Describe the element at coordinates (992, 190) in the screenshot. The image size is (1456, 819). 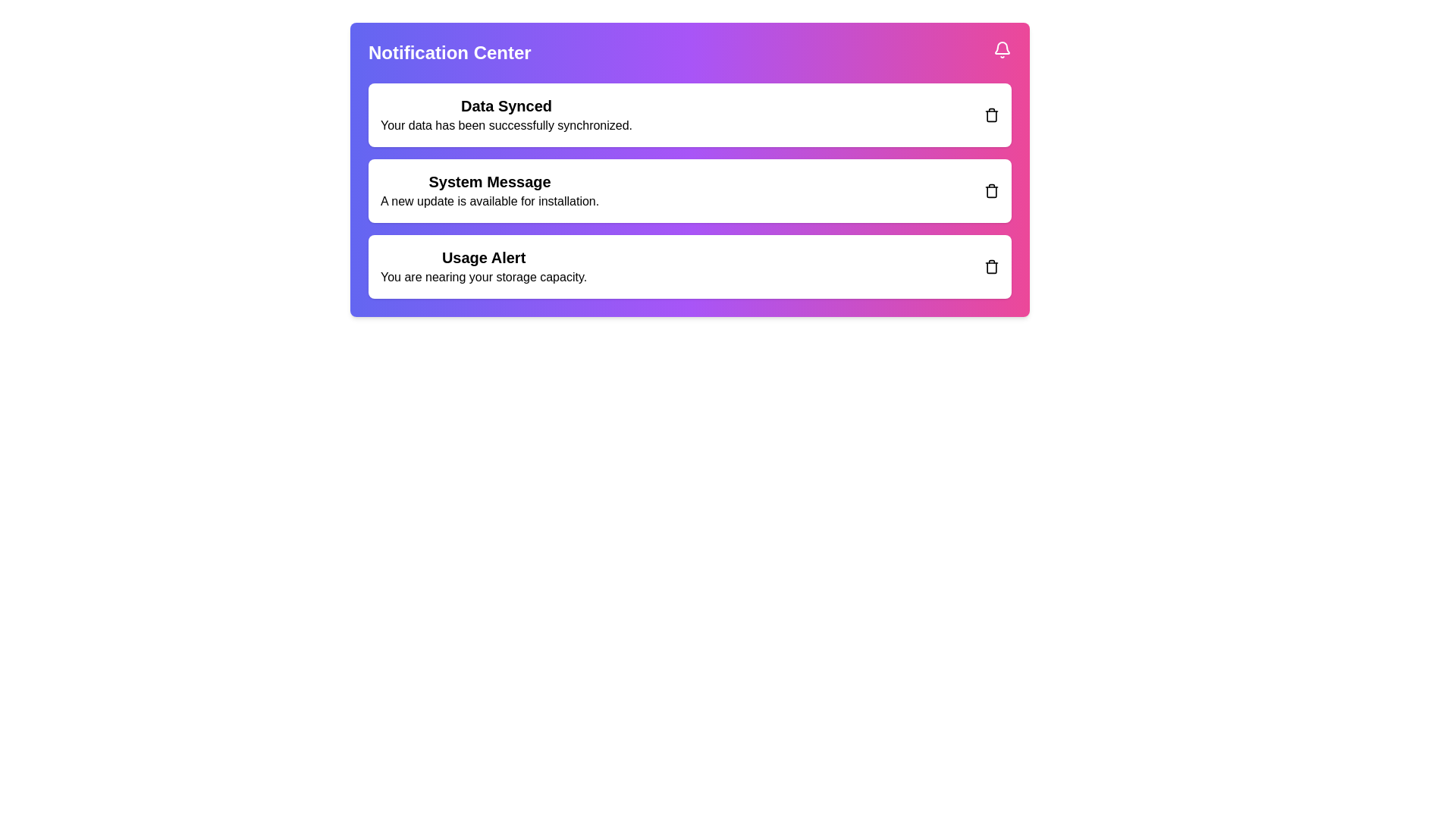
I see `the trash icon button located at the top right corner of the second notification card labeled 'System Message'` at that location.